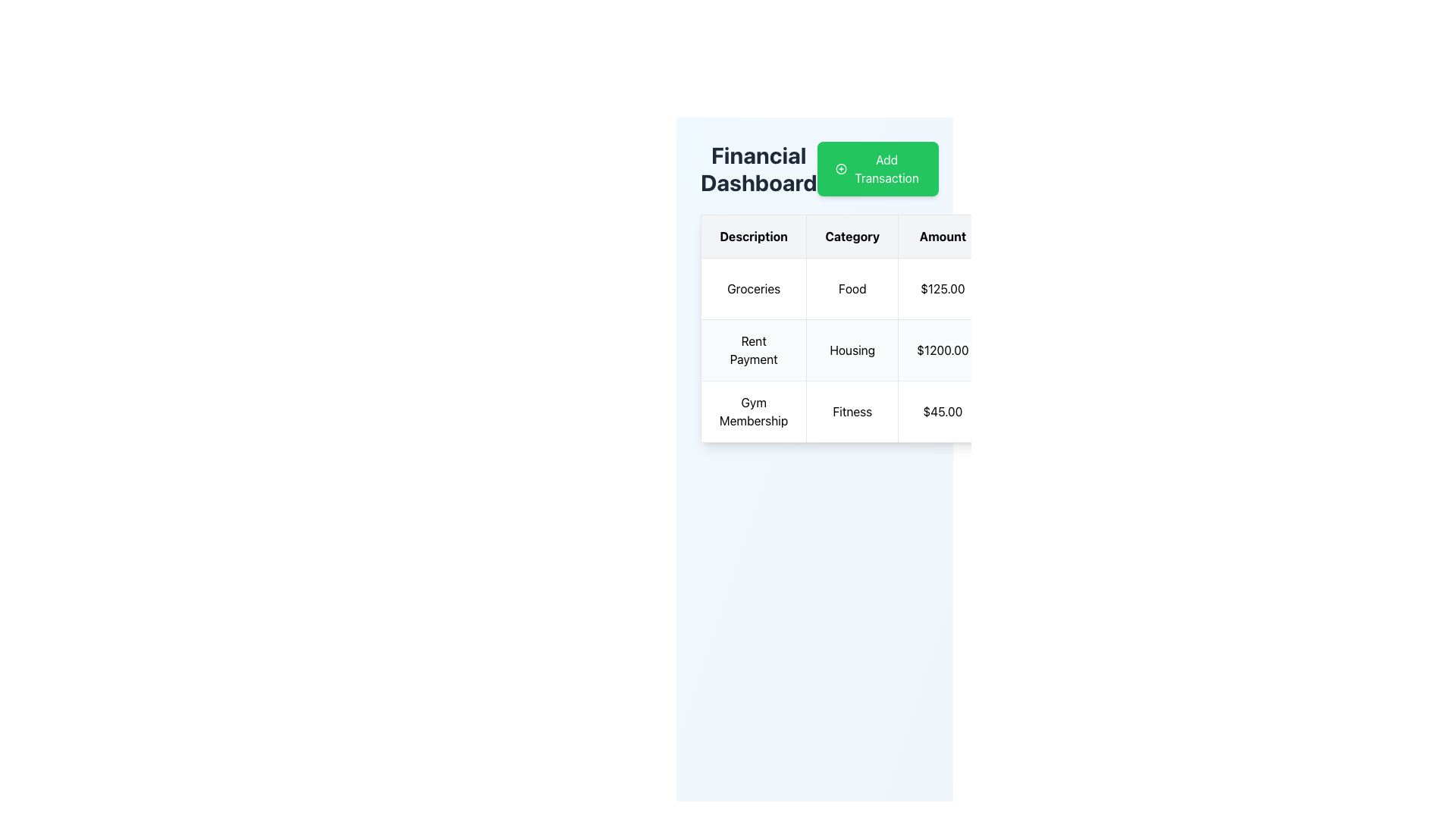 Image resolution: width=1456 pixels, height=819 pixels. I want to click on the outer circle of the graphical icon within the green 'Add Transaction' button, which enhances the visual representation of adding a transaction, so click(840, 169).